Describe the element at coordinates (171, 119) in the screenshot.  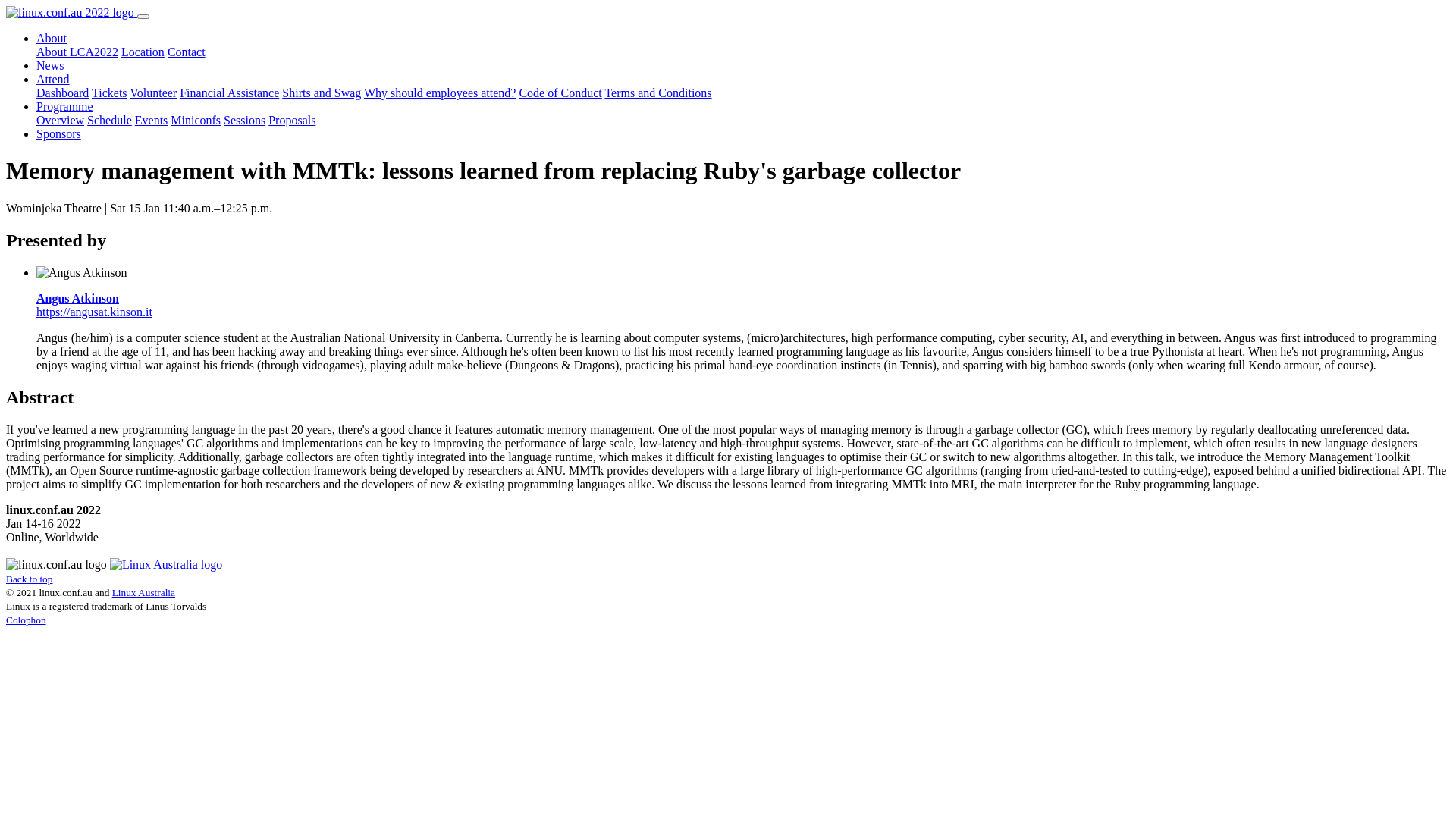
I see `'Miniconfs'` at that location.